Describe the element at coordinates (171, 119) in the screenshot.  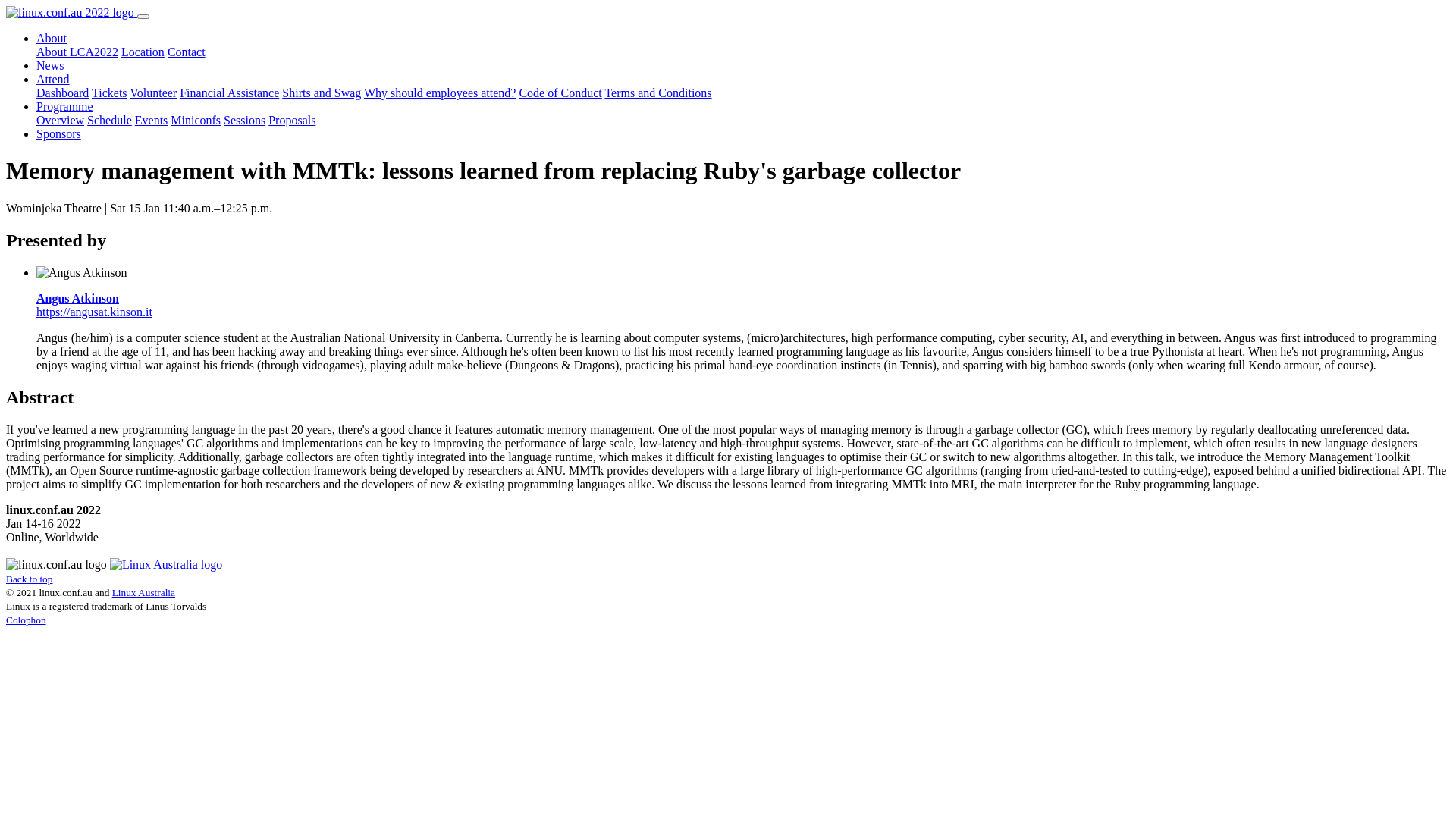
I see `'Miniconfs'` at that location.